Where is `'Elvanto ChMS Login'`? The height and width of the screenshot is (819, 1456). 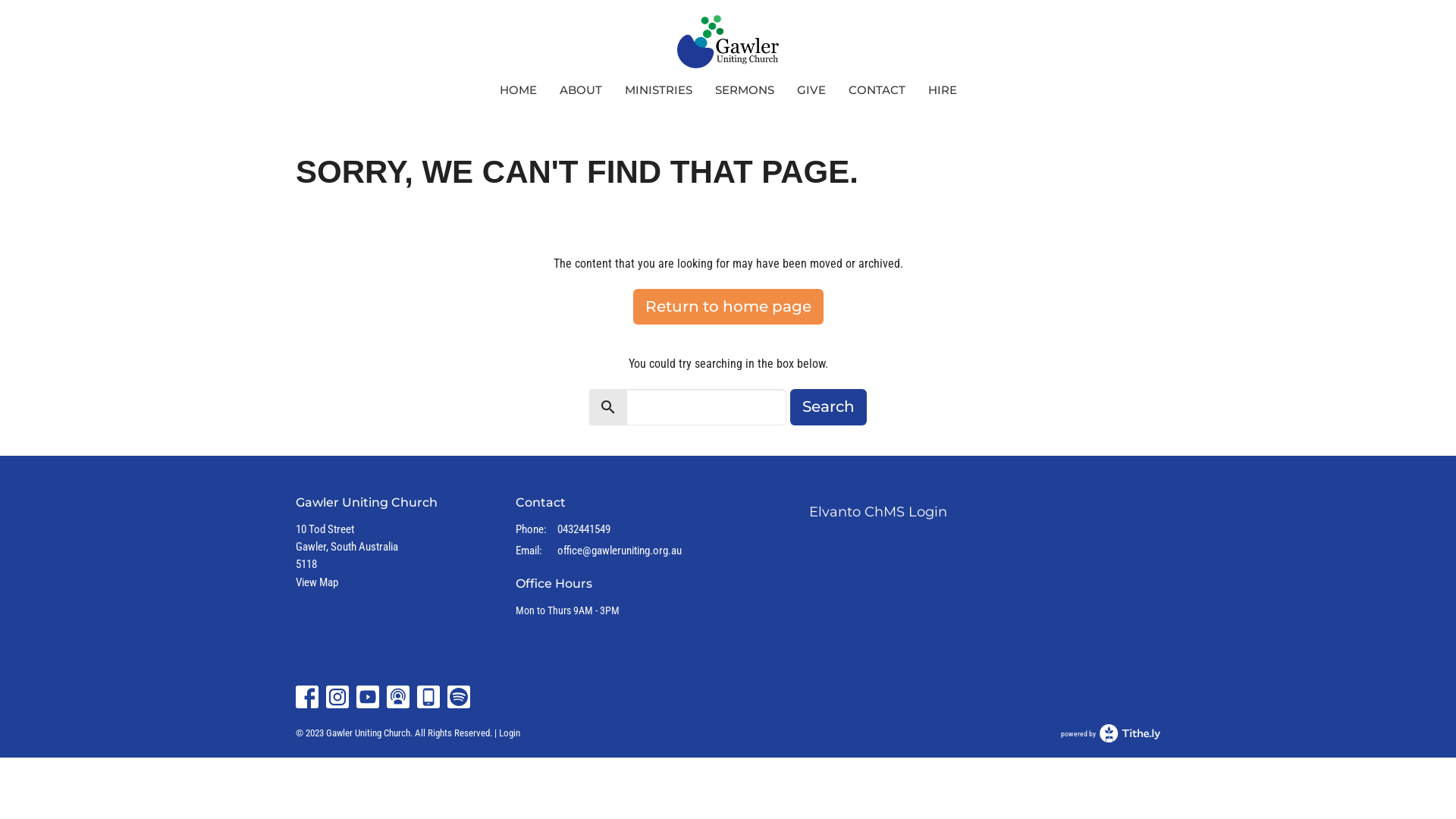 'Elvanto ChMS Login' is located at coordinates (877, 512).